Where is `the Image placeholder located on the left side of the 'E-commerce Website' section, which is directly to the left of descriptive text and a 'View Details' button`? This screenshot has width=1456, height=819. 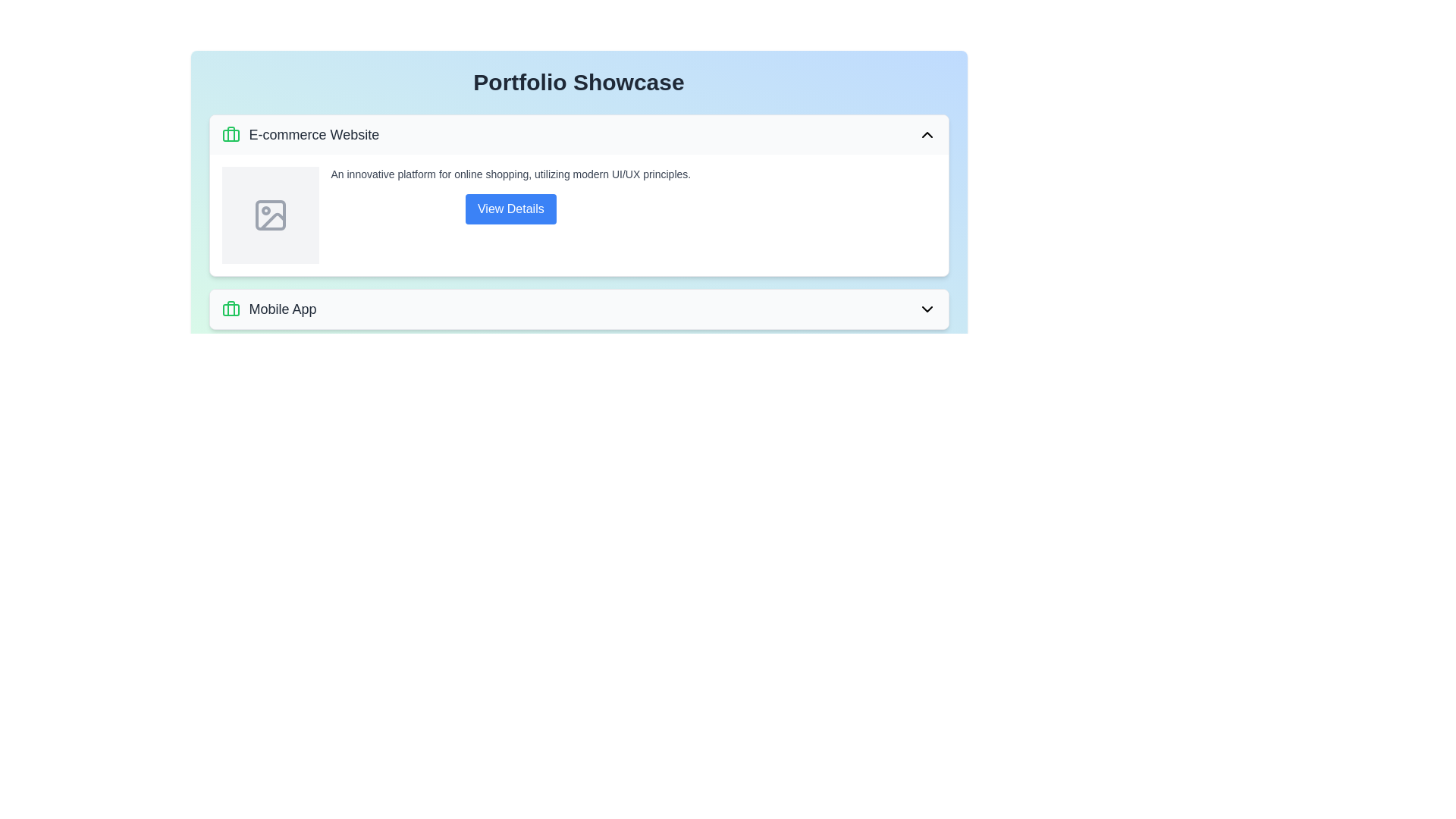 the Image placeholder located on the left side of the 'E-commerce Website' section, which is directly to the left of descriptive text and a 'View Details' button is located at coordinates (270, 215).